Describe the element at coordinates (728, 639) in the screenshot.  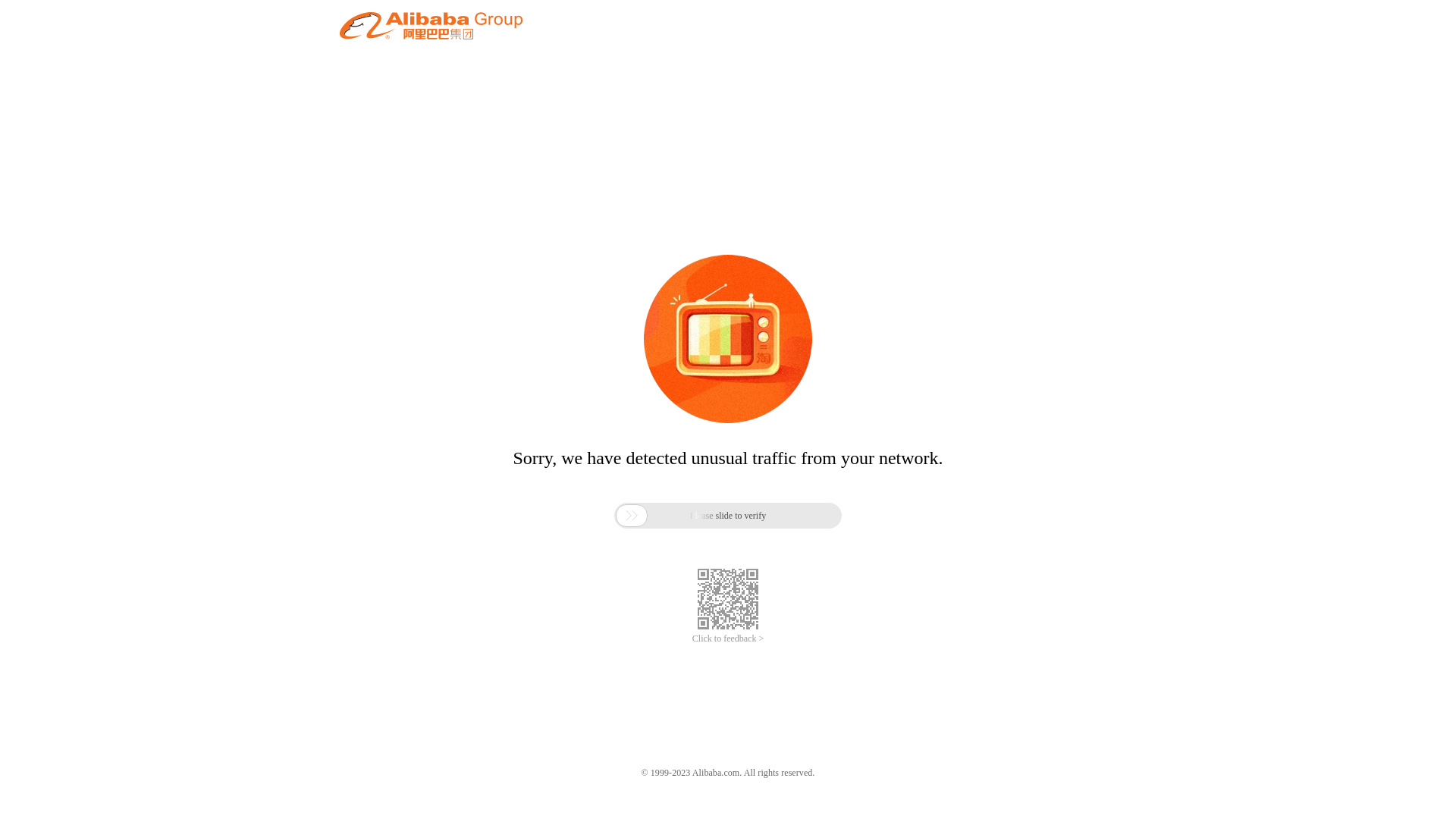
I see `'Click to feedback >'` at that location.